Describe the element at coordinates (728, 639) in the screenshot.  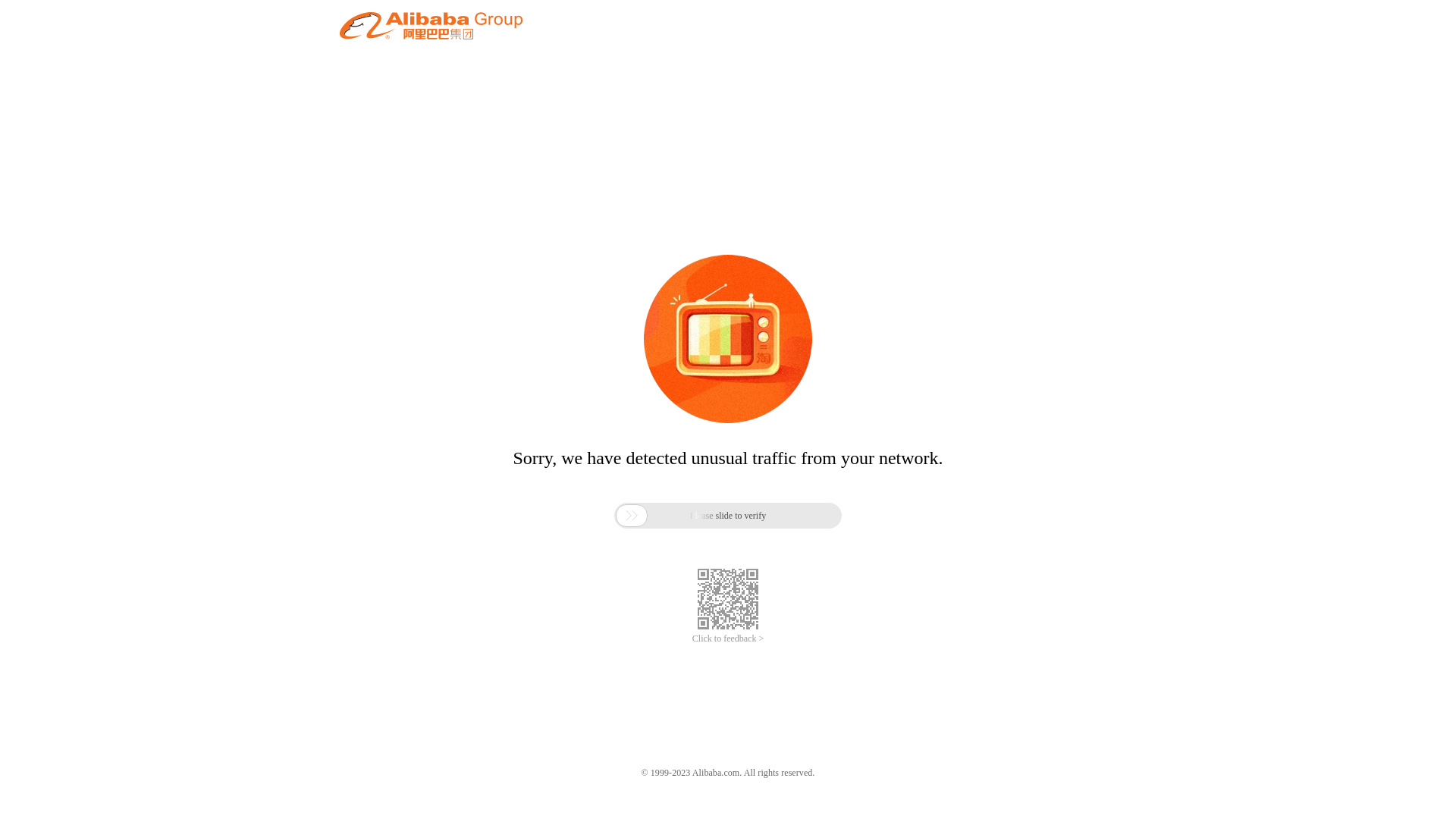
I see `'Click to feedback >'` at that location.